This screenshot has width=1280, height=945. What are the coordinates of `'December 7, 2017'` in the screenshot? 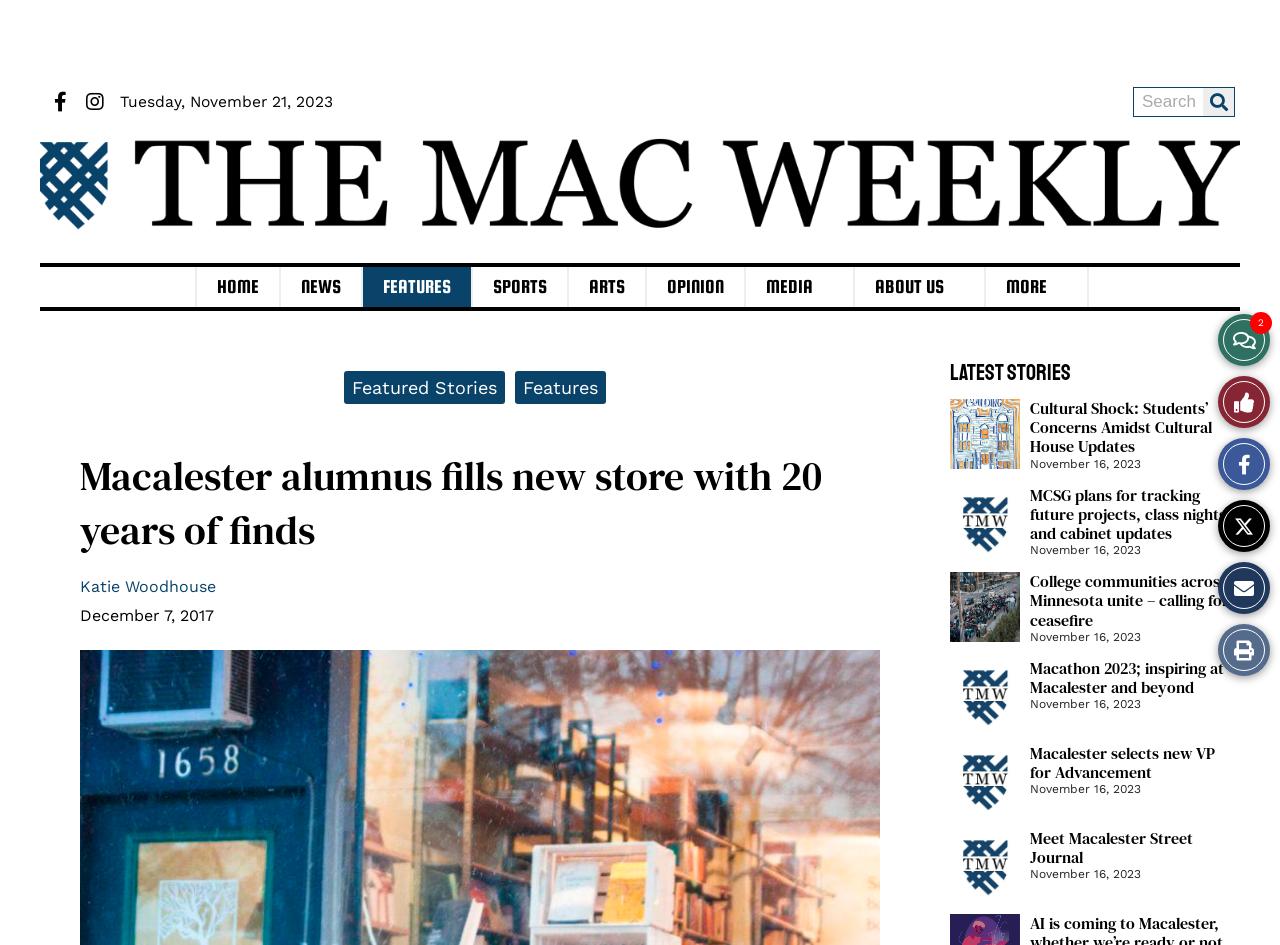 It's located at (145, 614).